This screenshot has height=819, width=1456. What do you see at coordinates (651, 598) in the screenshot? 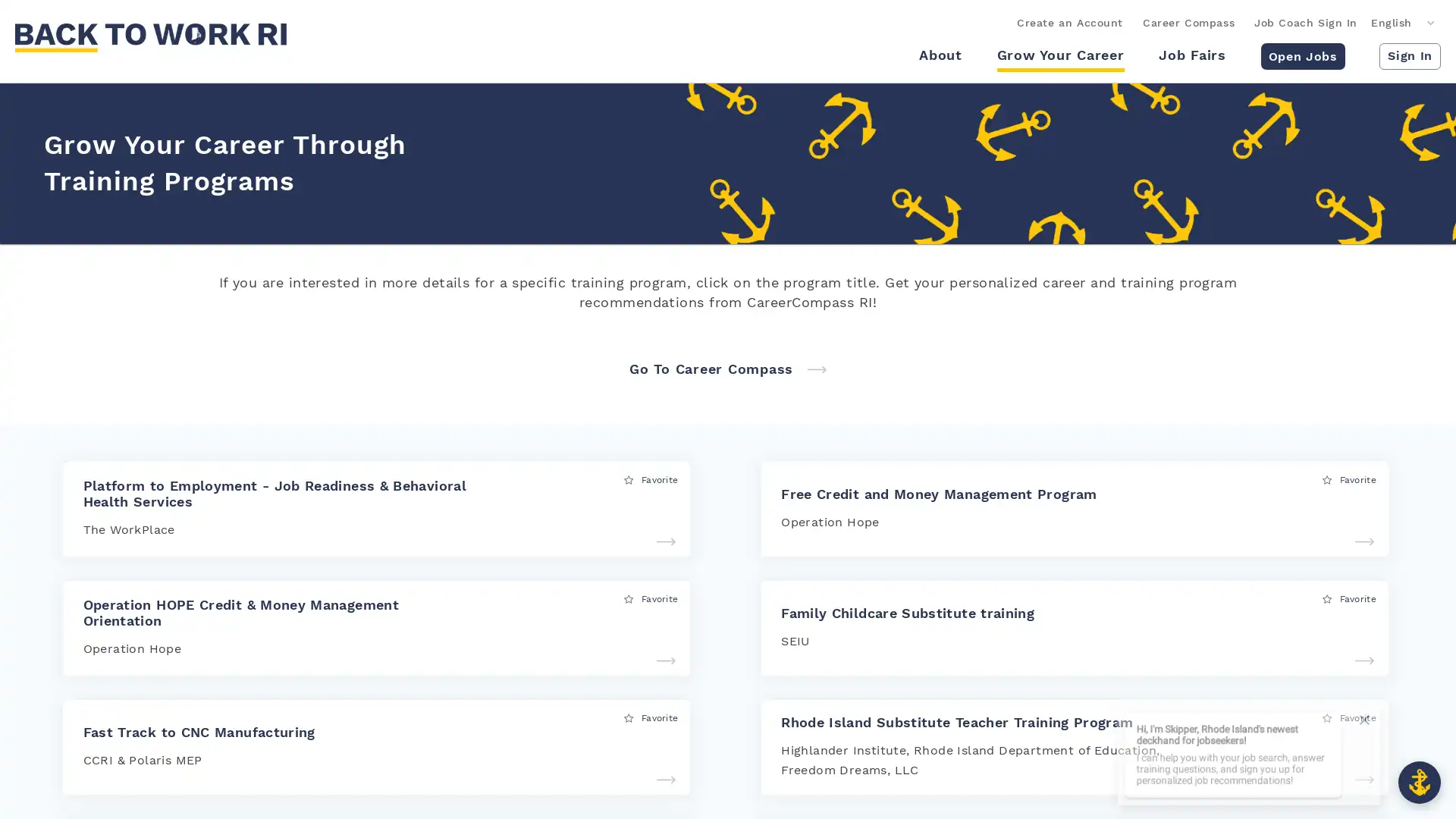
I see `not favorite Favorite` at bounding box center [651, 598].